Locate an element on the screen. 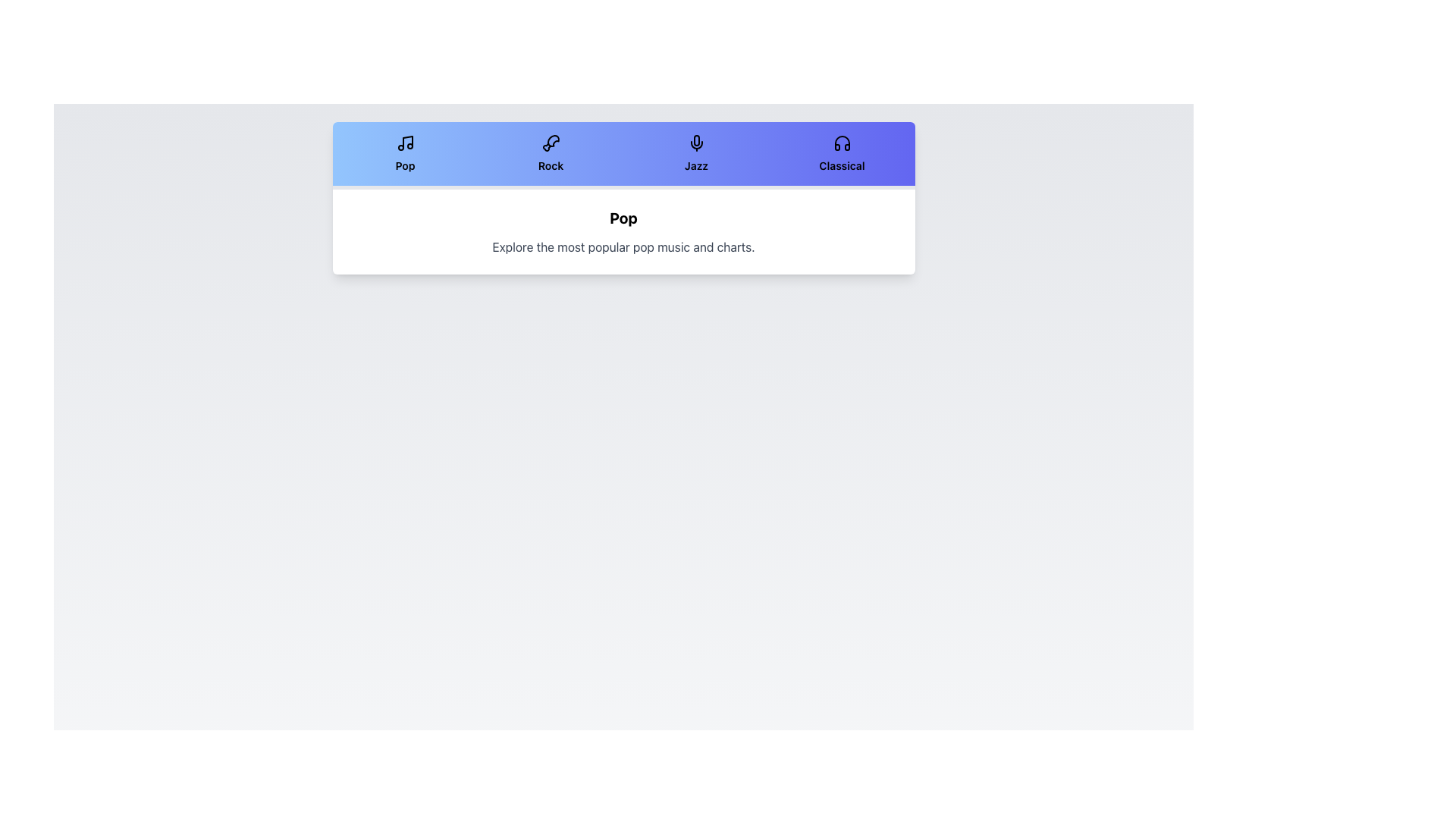 The width and height of the screenshot is (1456, 819). 'Classical' text label, which is displayed in bold black font below the headphones icon, to see more details about its content is located at coordinates (841, 166).